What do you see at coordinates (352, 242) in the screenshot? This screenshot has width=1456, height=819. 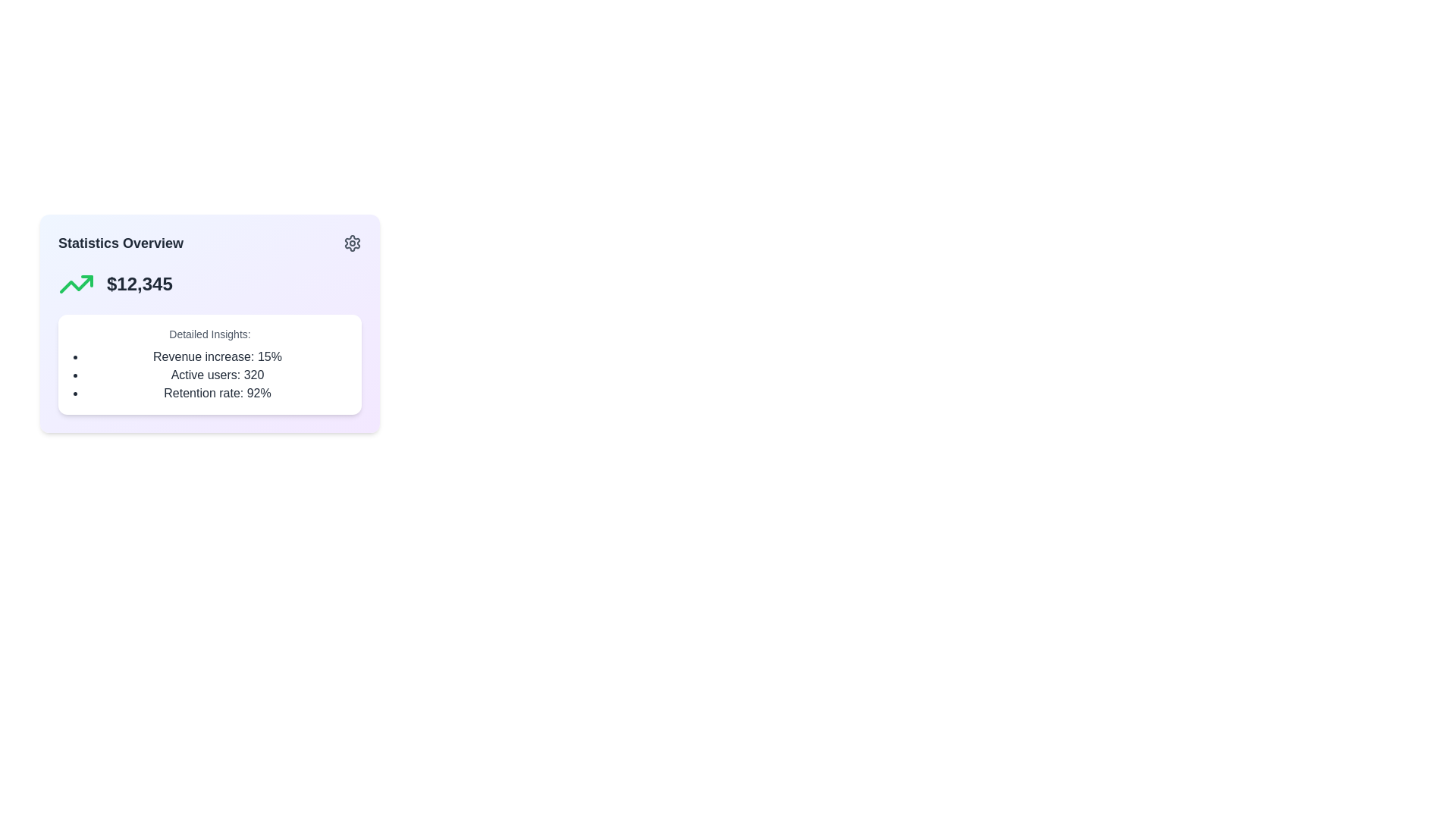 I see `the left component of the gear-shaped SVG settings icon located in the top-right corner of the 'Statistics Overview' card` at bounding box center [352, 242].